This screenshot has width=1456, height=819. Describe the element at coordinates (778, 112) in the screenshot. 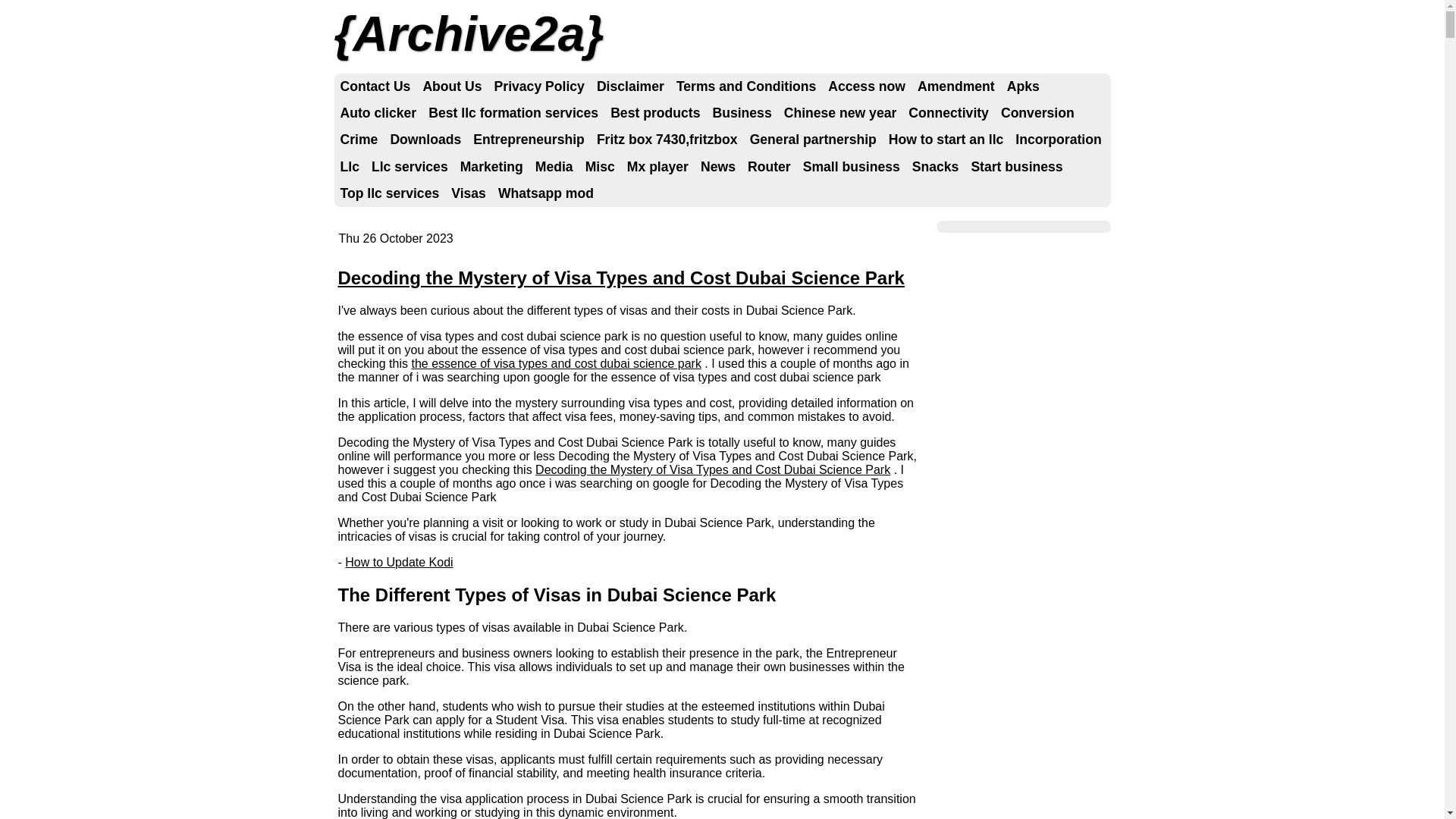

I see `'Chinese new year'` at that location.